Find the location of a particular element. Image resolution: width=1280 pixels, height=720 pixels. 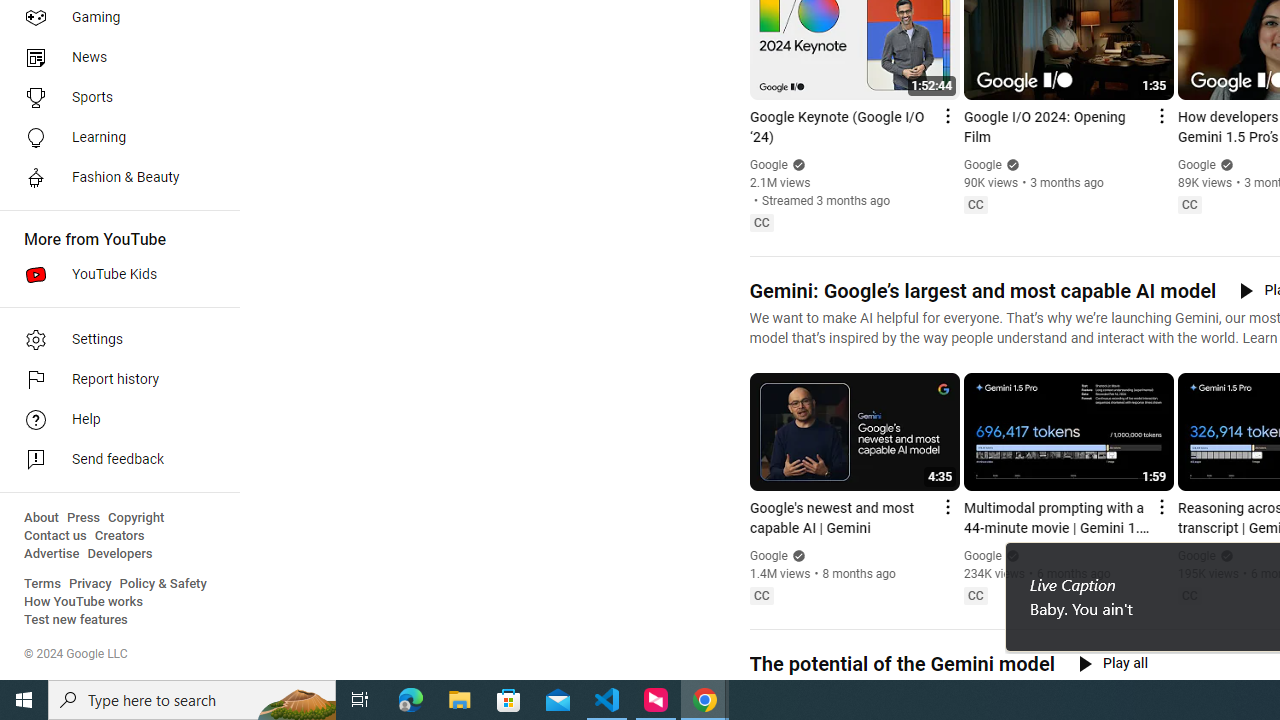

'Test new features' is located at coordinates (76, 619).